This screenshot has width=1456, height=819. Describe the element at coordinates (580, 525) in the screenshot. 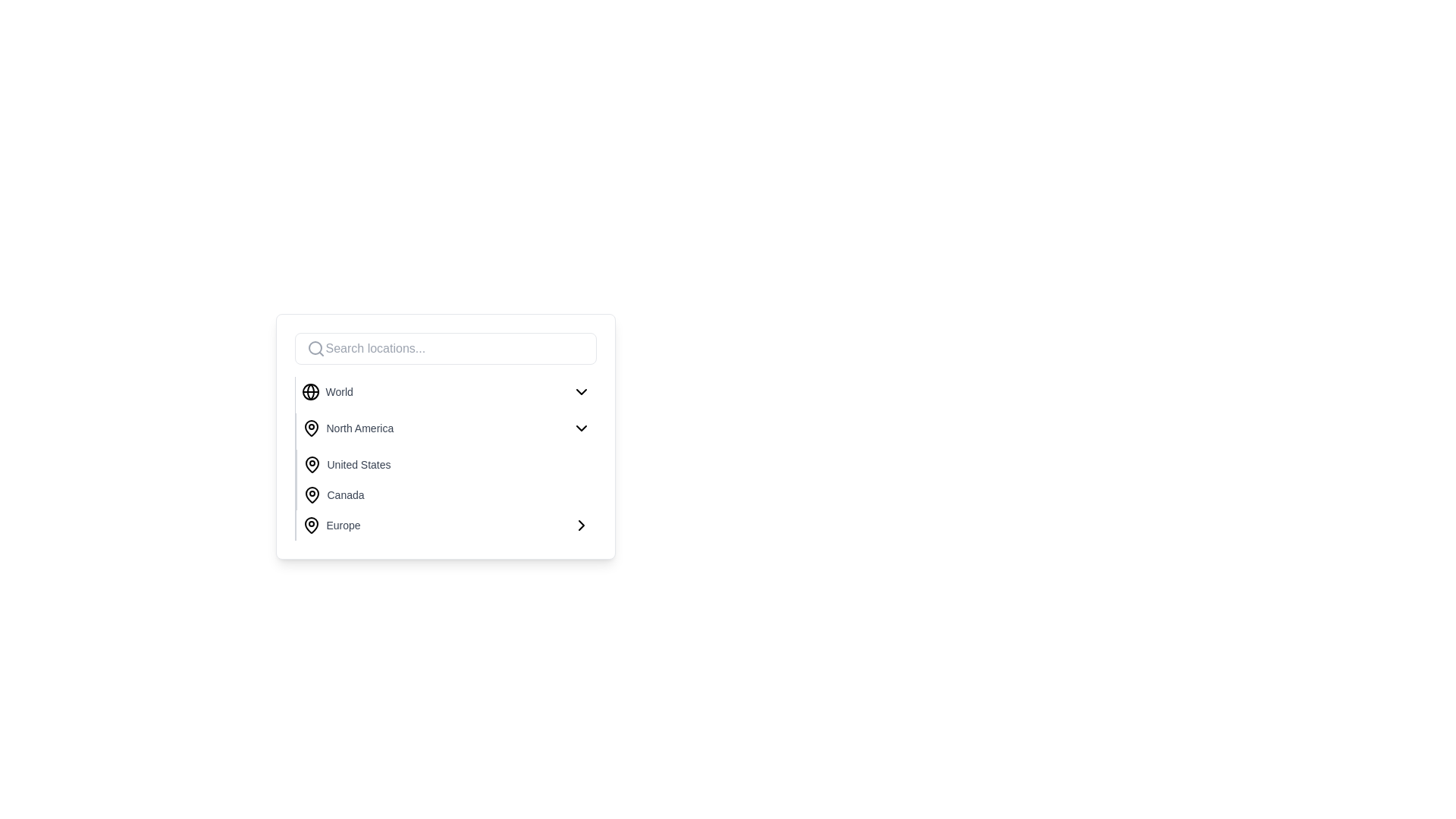

I see `the Right-chevron icon located to the right of the 'Europe' text in the fifth row of the dropdown menu` at that location.